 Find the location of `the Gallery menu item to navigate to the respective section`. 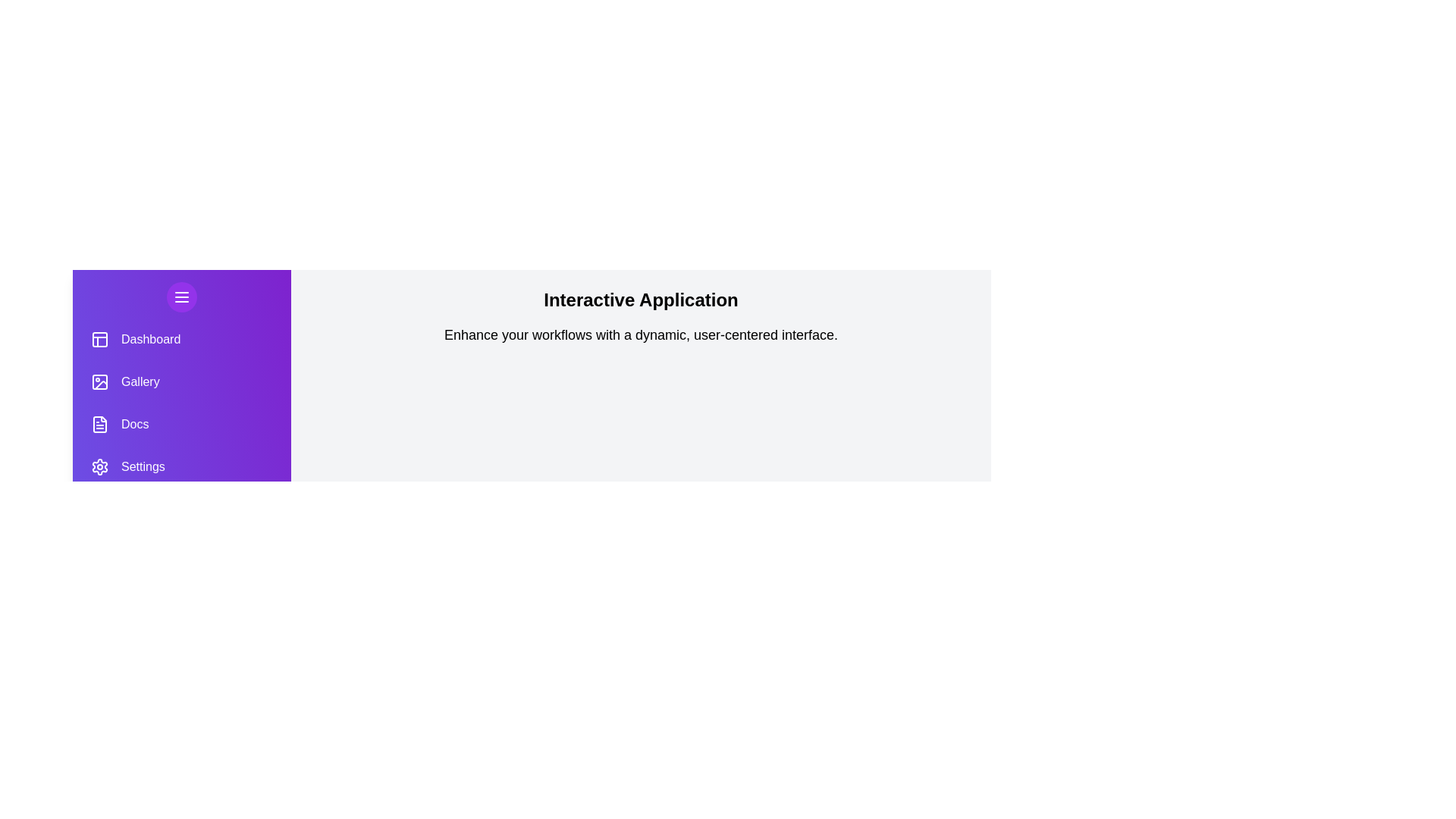

the Gallery menu item to navigate to the respective section is located at coordinates (182, 381).